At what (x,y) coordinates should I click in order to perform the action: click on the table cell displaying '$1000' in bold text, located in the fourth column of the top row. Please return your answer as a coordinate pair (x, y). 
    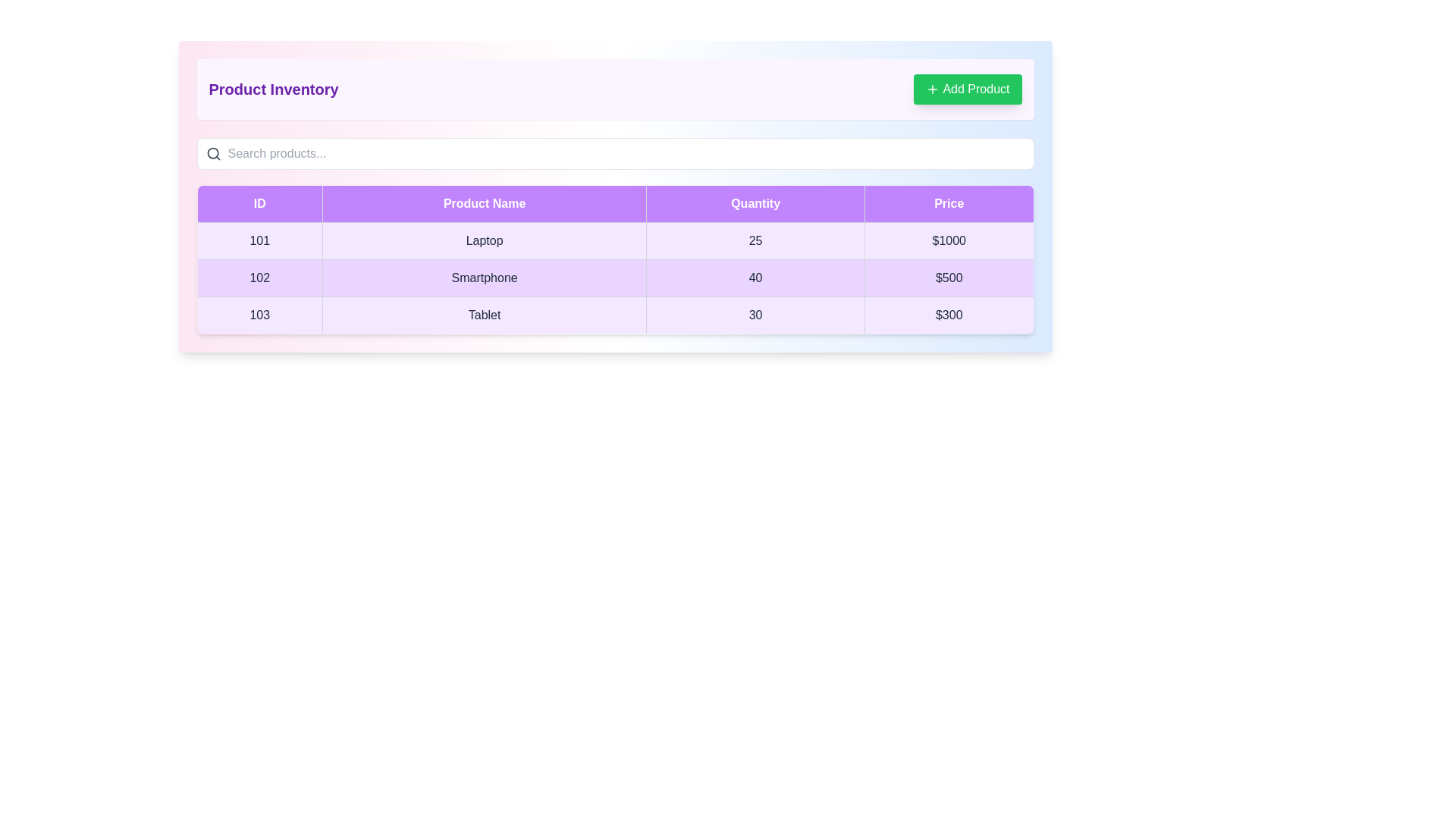
    Looking at the image, I should click on (948, 240).